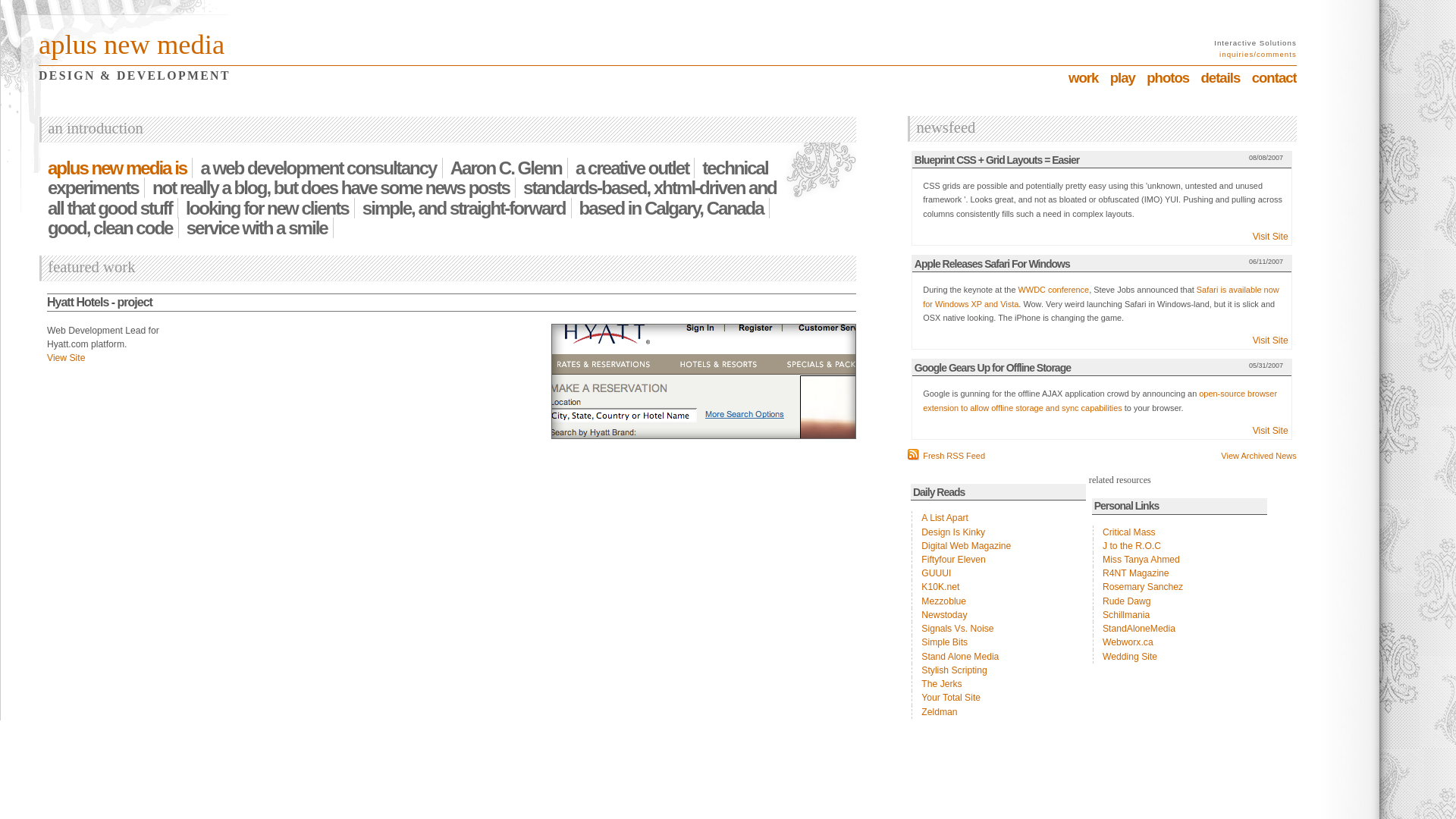  What do you see at coordinates (1178, 546) in the screenshot?
I see `'J to the R.O.C'` at bounding box center [1178, 546].